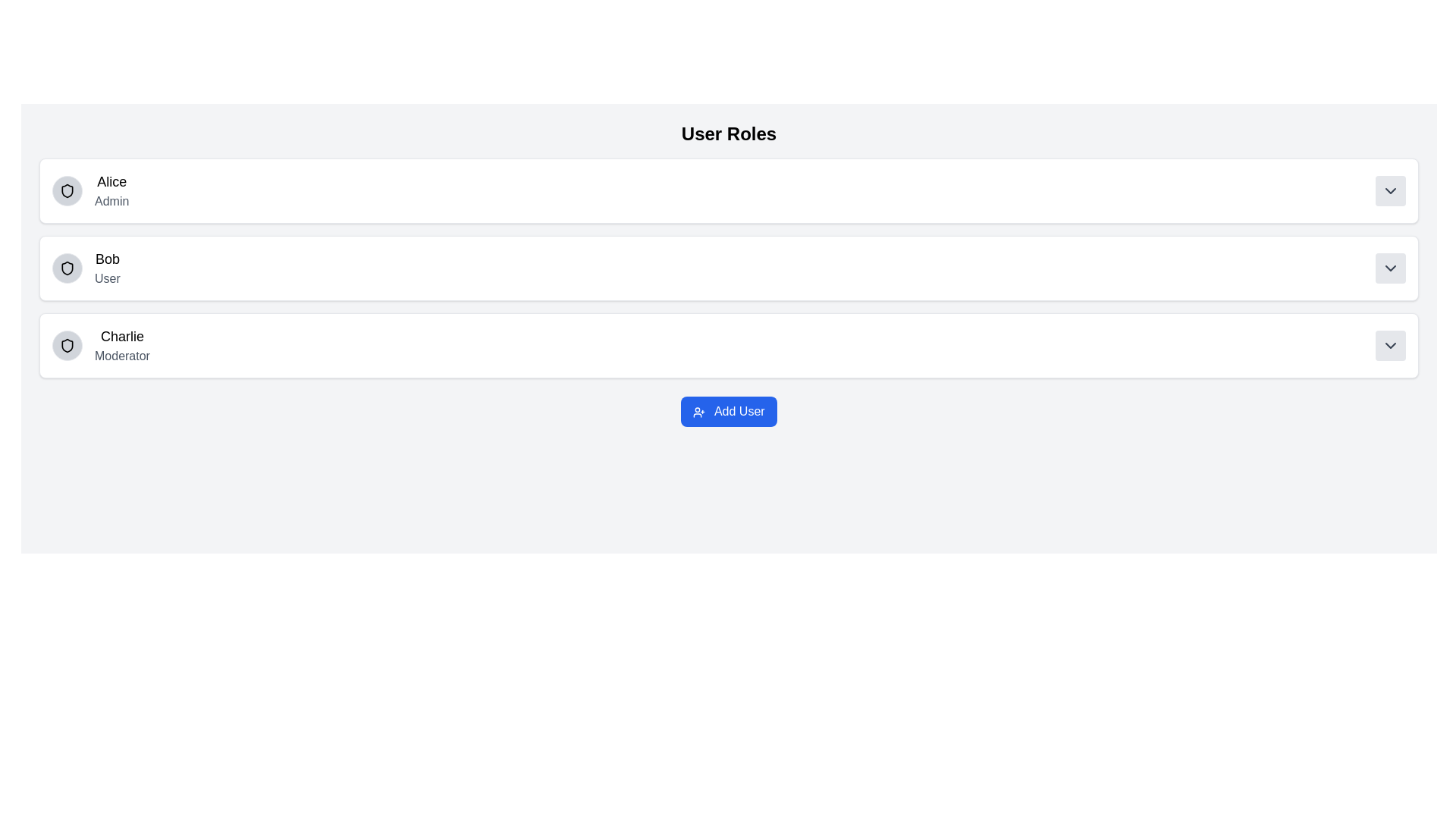 This screenshot has width=1456, height=819. Describe the element at coordinates (729, 268) in the screenshot. I see `the interactive card representing the second user entry` at that location.